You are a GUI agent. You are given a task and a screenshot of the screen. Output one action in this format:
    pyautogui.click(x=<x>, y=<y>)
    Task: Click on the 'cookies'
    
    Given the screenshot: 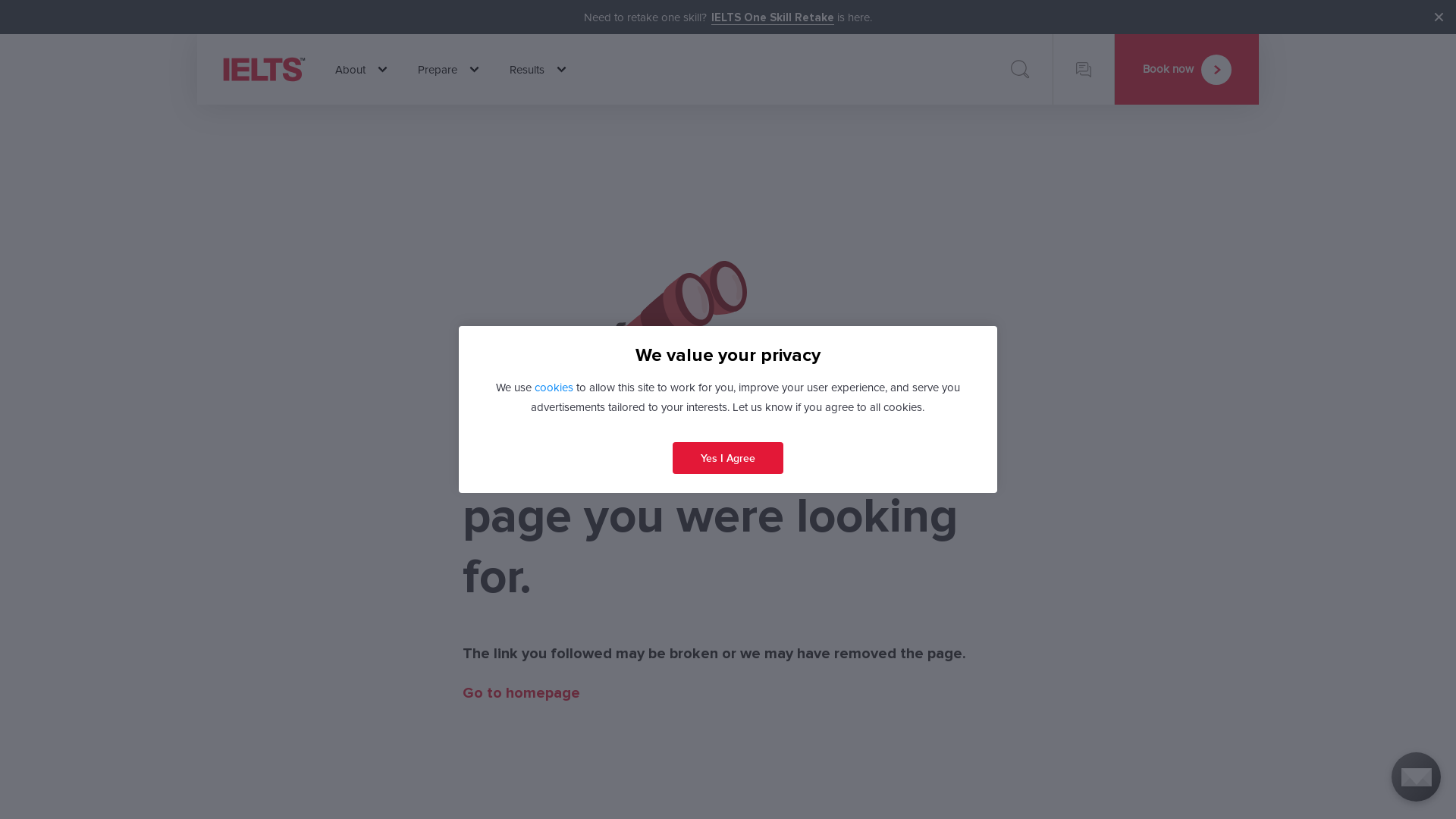 What is the action you would take?
    pyautogui.click(x=553, y=386)
    